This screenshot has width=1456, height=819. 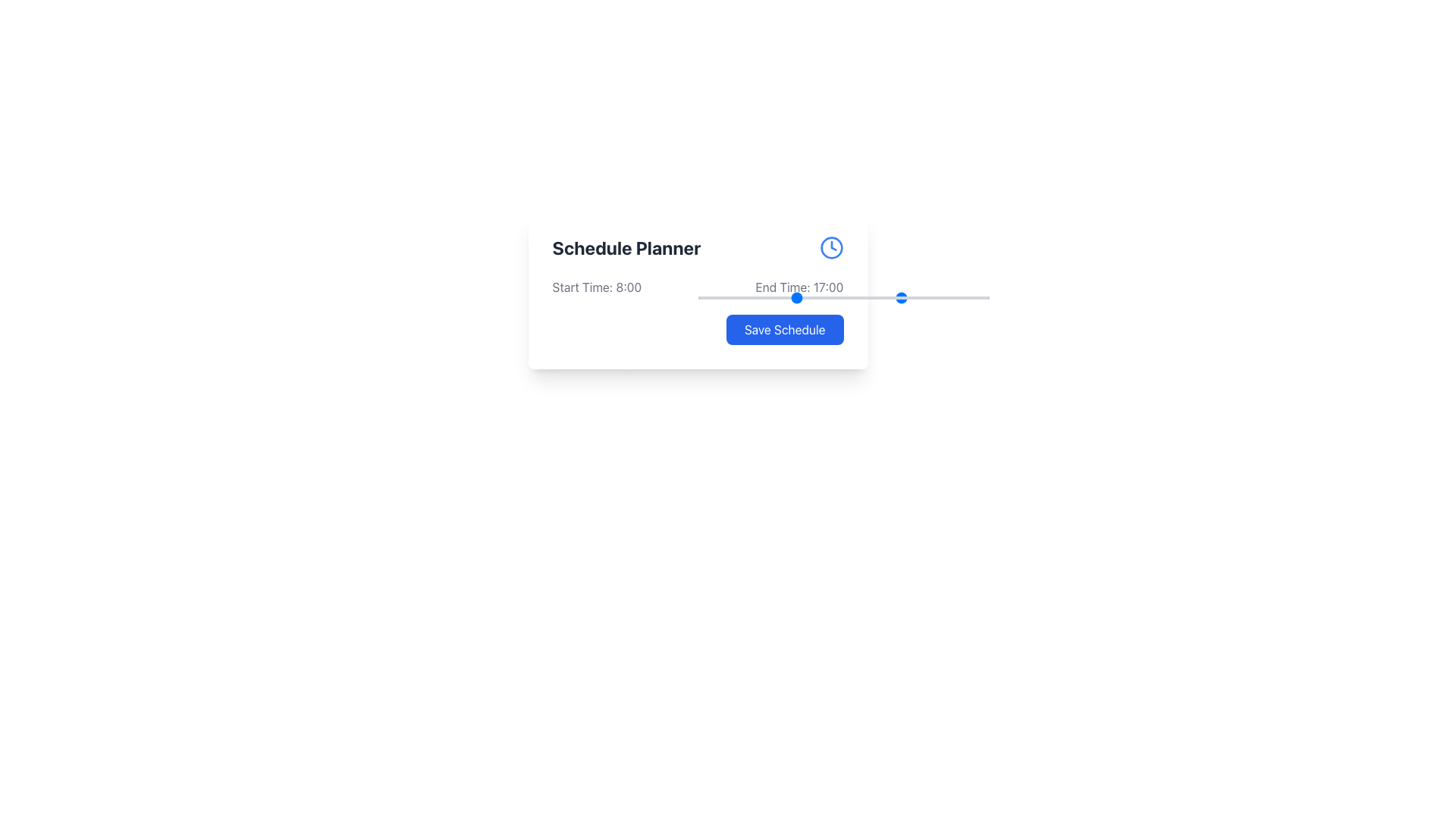 What do you see at coordinates (843, 298) in the screenshot?
I see `the rounded bar handle of the horizontal range slider located in the lower right corner of the interface, beneath the 'End Time: 17:00' text` at bounding box center [843, 298].